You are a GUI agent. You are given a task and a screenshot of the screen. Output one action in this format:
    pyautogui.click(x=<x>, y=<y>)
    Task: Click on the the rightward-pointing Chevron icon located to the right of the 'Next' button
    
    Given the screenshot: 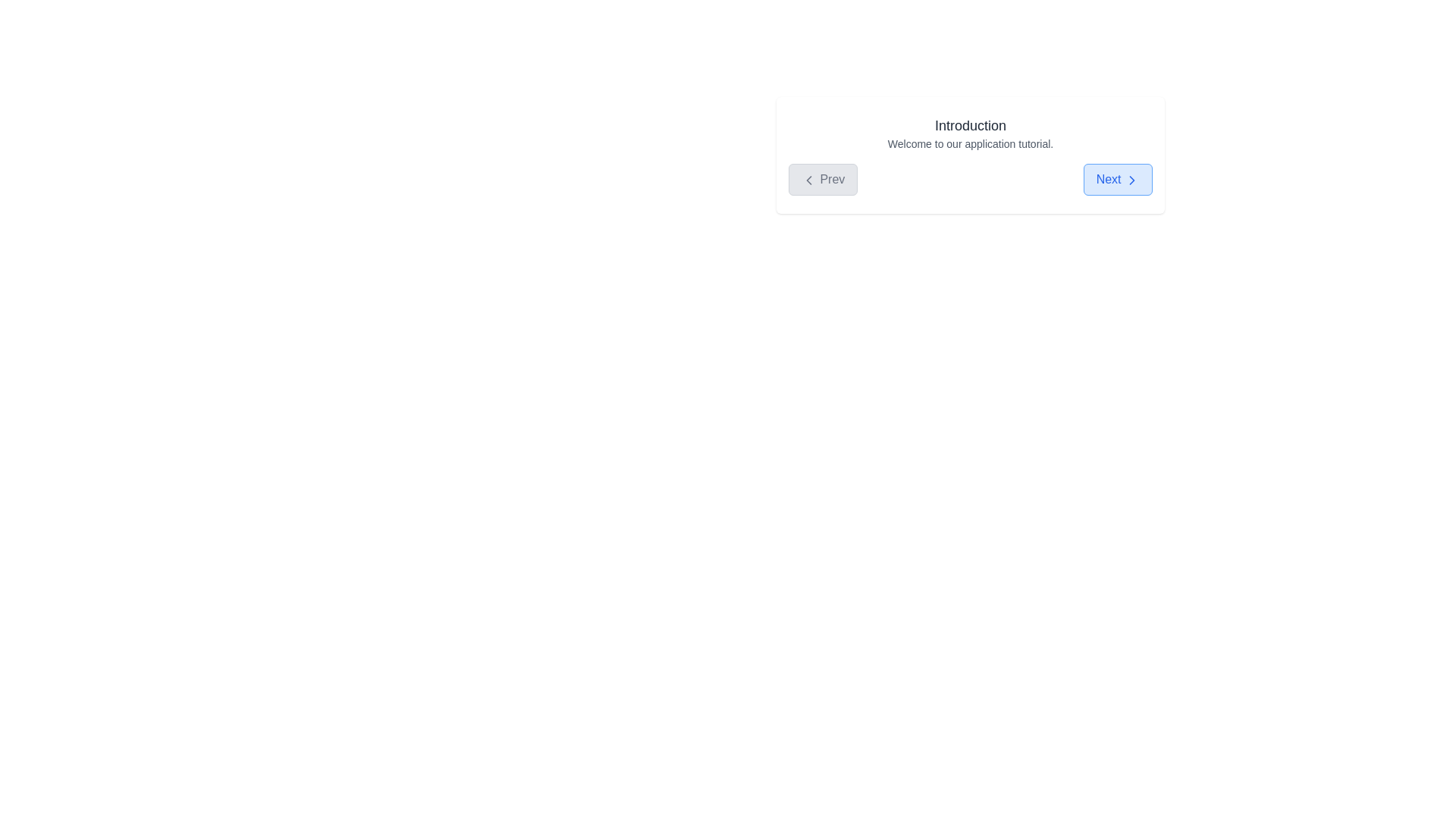 What is the action you would take?
    pyautogui.click(x=1131, y=178)
    